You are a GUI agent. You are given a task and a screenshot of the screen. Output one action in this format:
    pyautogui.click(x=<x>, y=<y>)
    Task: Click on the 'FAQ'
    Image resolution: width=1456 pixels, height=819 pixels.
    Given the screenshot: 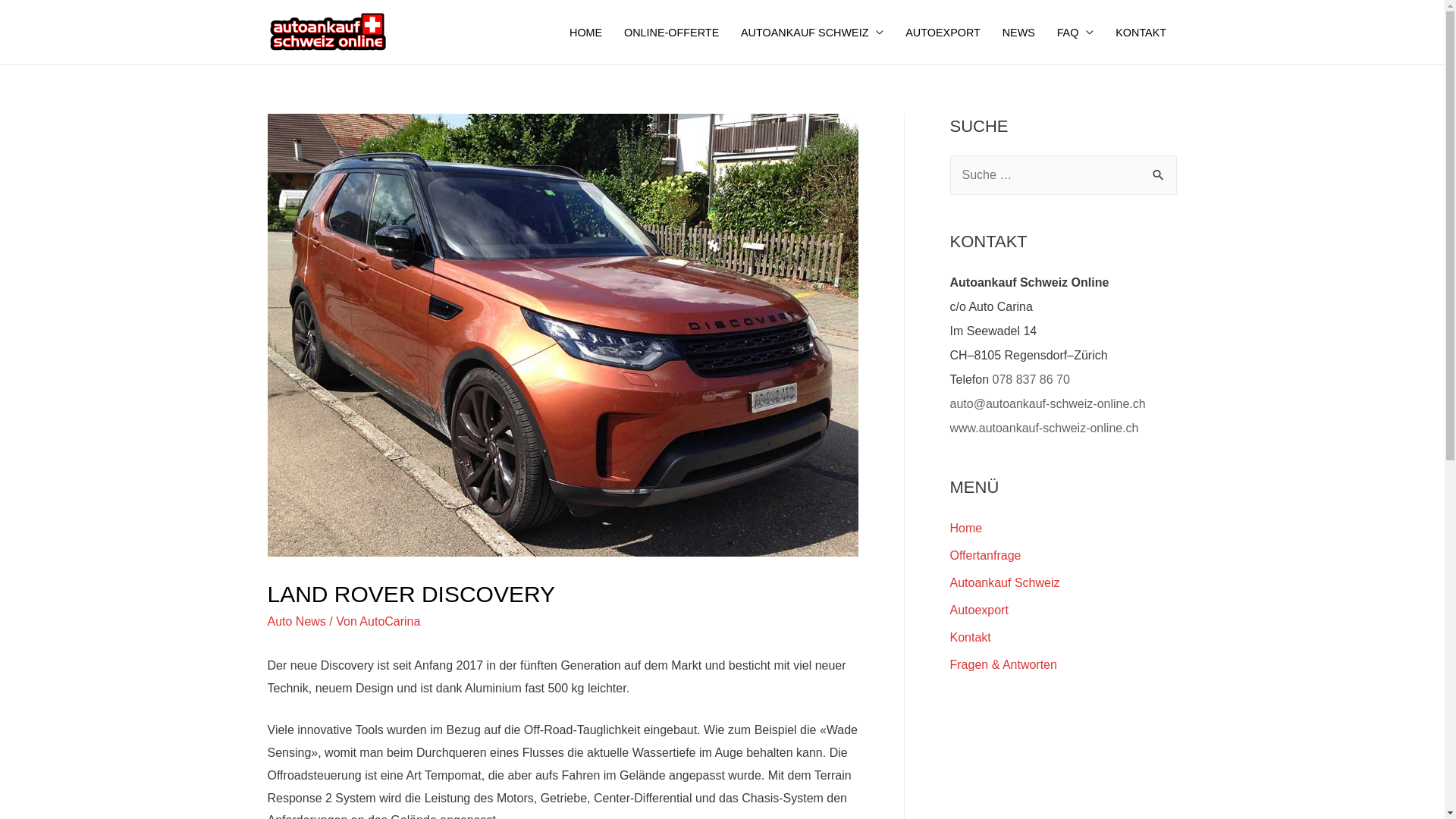 What is the action you would take?
    pyautogui.click(x=1074, y=32)
    